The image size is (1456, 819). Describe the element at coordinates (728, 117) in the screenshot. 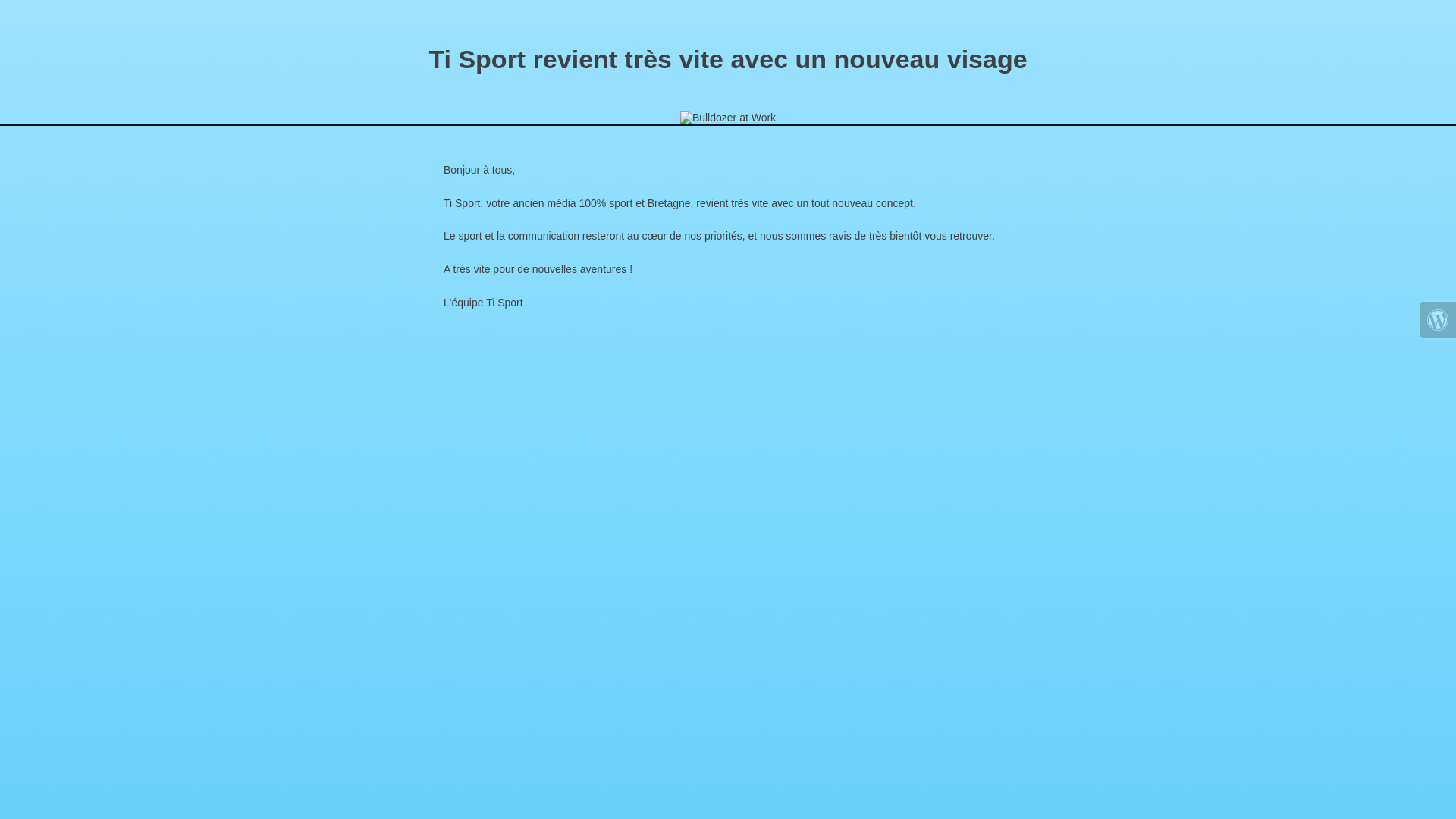

I see `'Bulldozer at Work'` at that location.